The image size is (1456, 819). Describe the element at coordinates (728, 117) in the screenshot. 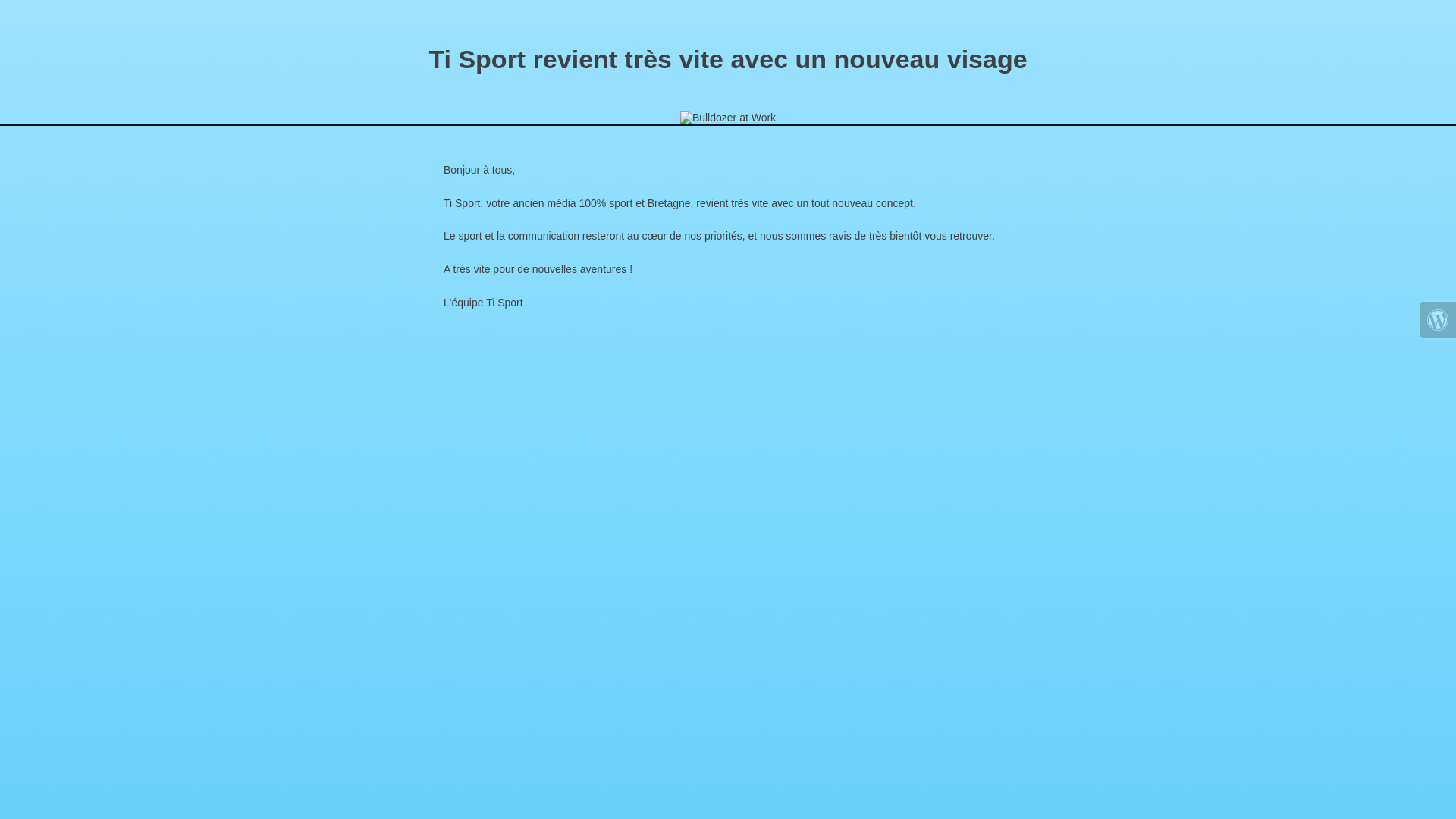

I see `'Bulldozer at Work'` at that location.